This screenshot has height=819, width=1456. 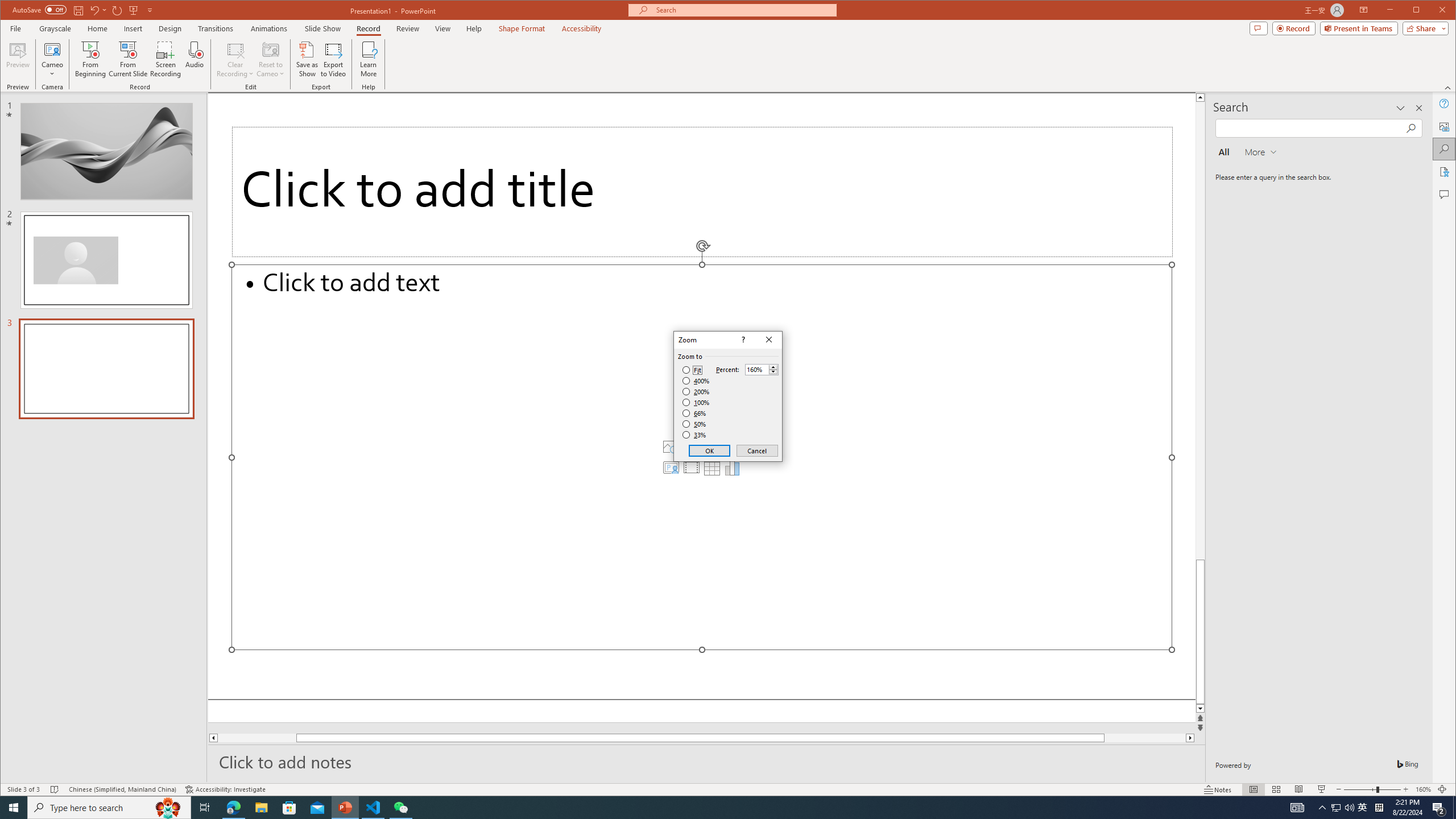 What do you see at coordinates (1433, 11) in the screenshot?
I see `'Maximize'` at bounding box center [1433, 11].